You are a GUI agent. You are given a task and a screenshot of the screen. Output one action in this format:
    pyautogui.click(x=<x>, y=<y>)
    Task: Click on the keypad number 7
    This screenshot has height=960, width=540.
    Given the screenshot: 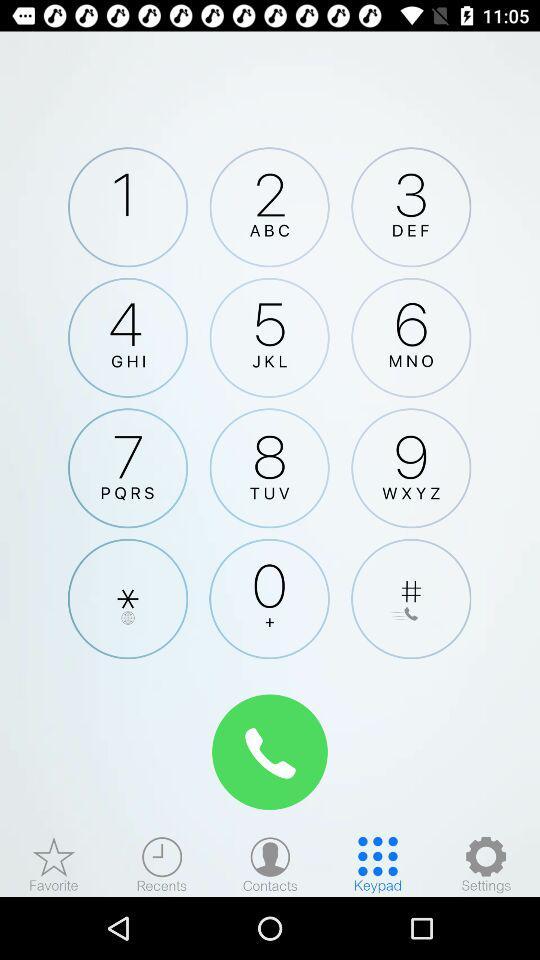 What is the action you would take?
    pyautogui.click(x=128, y=468)
    